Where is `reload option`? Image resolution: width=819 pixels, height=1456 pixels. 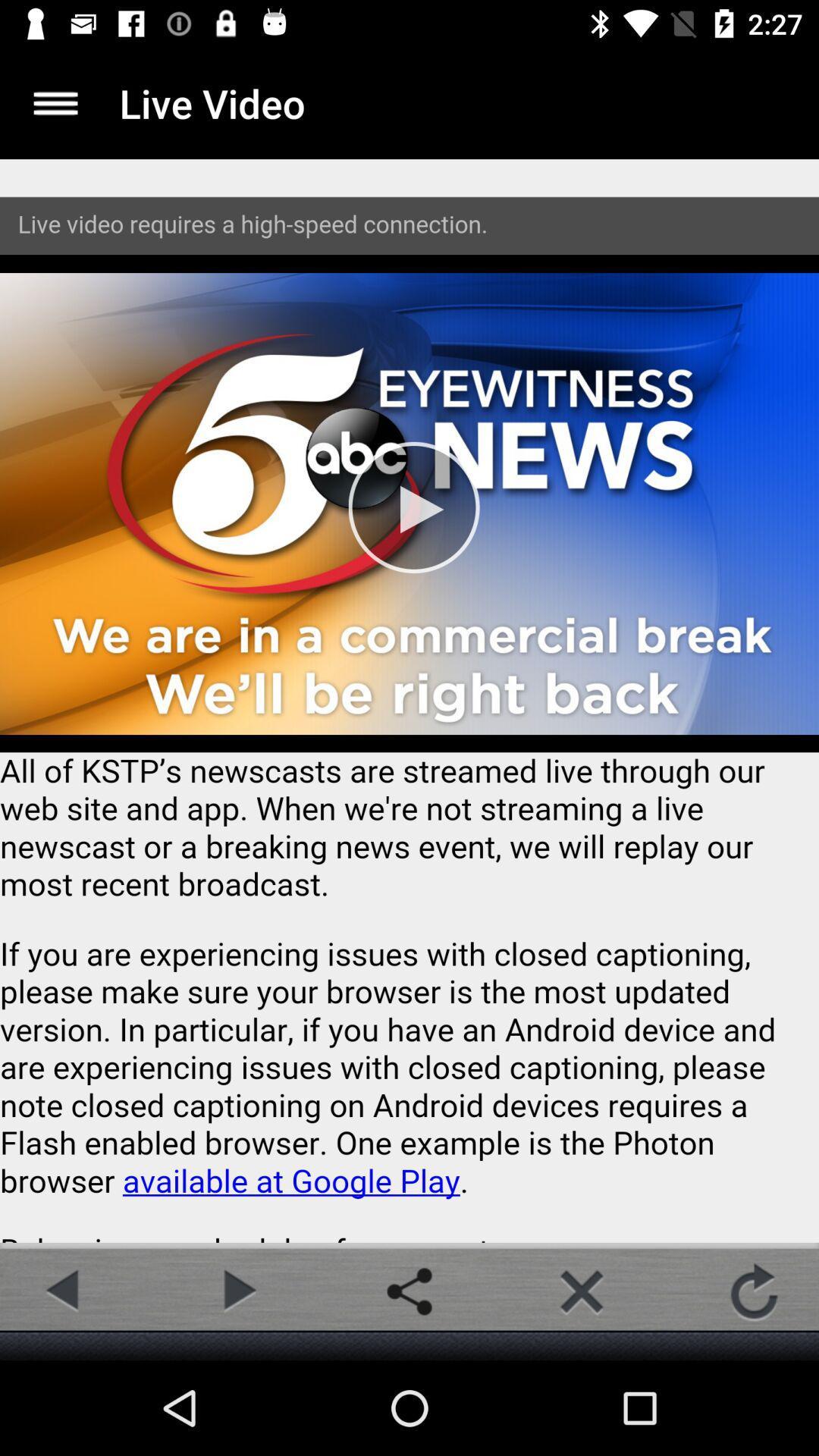
reload option is located at coordinates (754, 1291).